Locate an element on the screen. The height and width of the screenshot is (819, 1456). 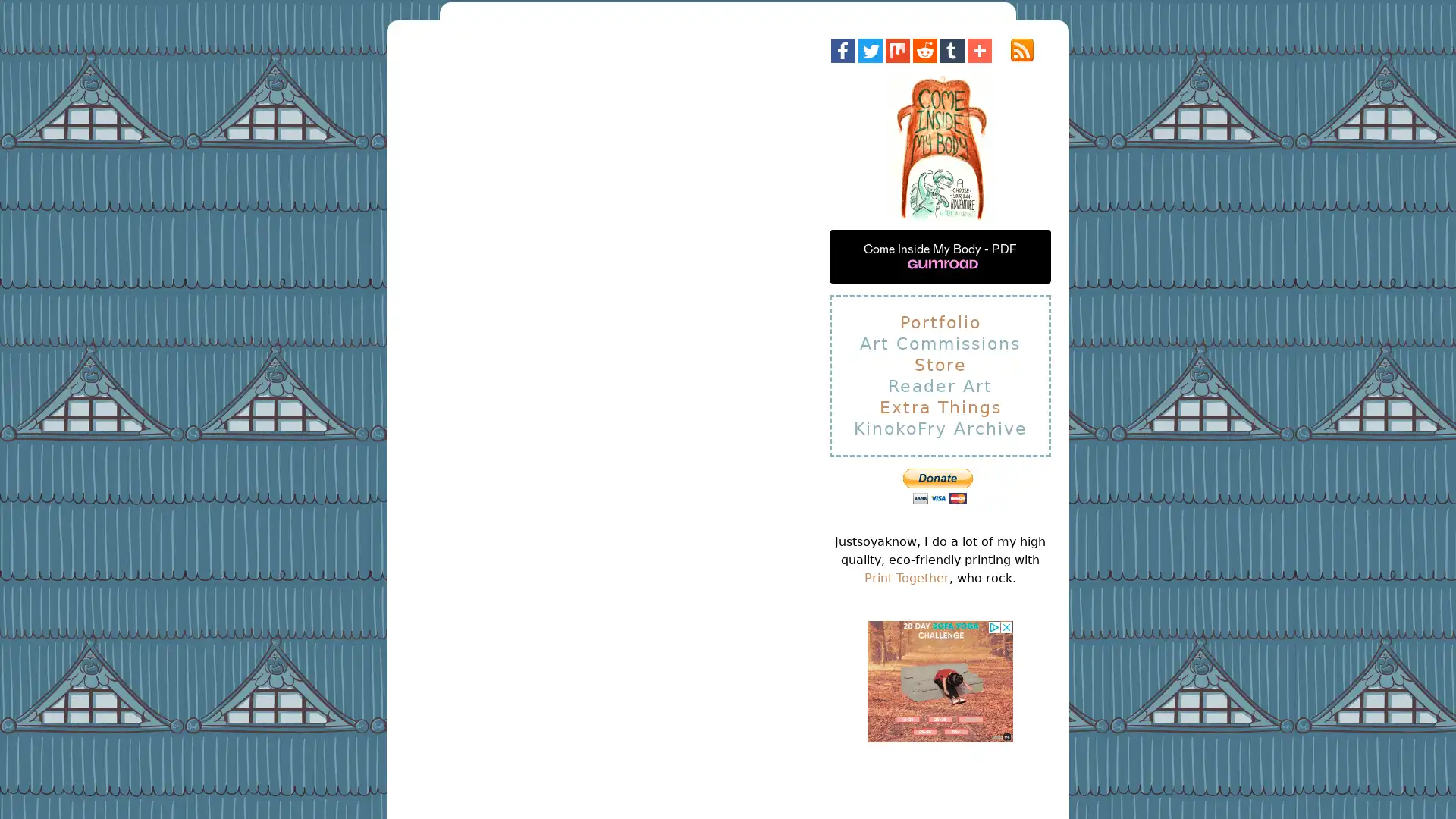
PayPal - The safer, easier way to pay online. is located at coordinates (937, 486).